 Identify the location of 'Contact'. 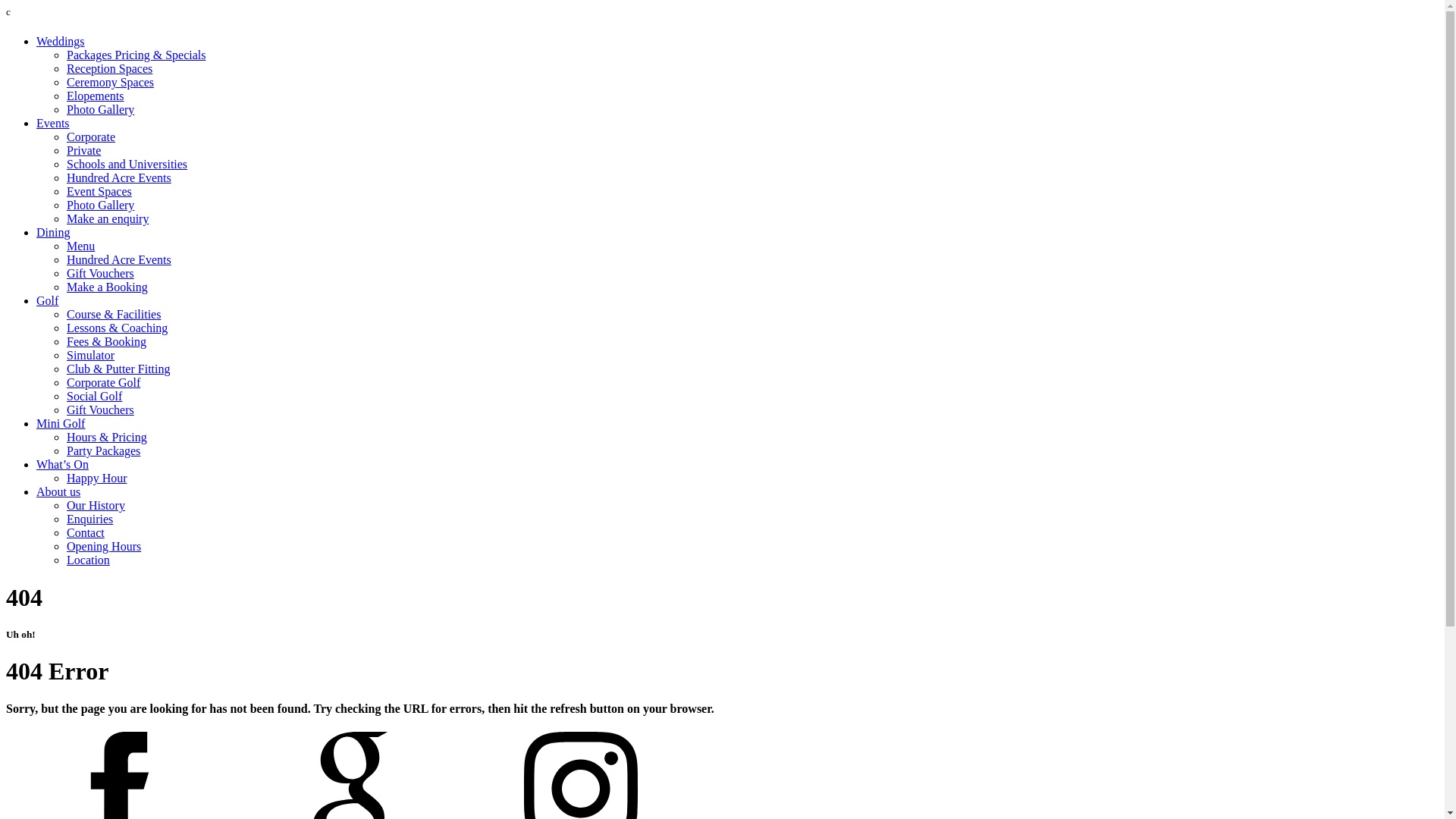
(85, 532).